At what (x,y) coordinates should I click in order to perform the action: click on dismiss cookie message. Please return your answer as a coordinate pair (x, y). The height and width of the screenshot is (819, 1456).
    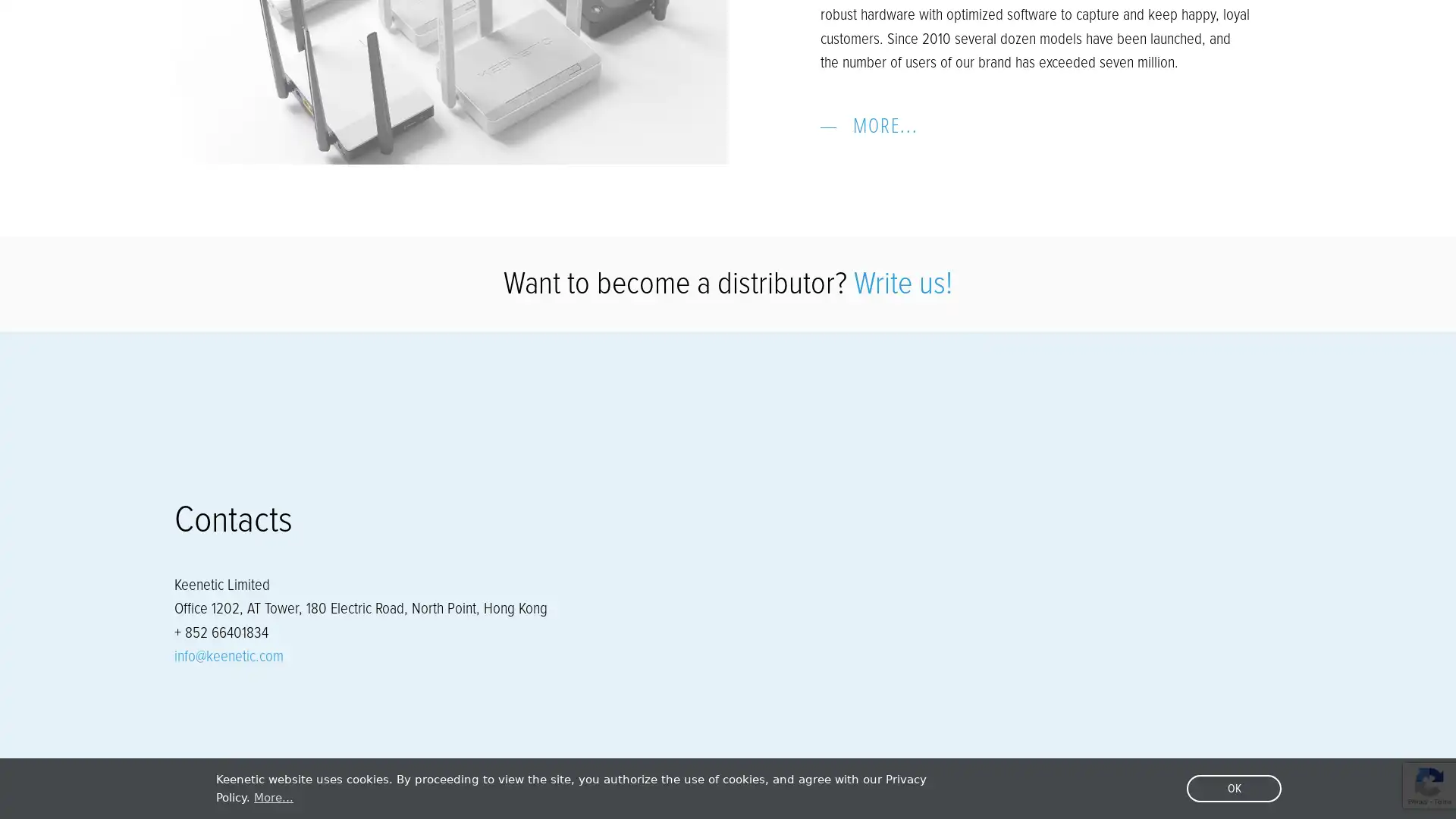
    Looking at the image, I should click on (1234, 787).